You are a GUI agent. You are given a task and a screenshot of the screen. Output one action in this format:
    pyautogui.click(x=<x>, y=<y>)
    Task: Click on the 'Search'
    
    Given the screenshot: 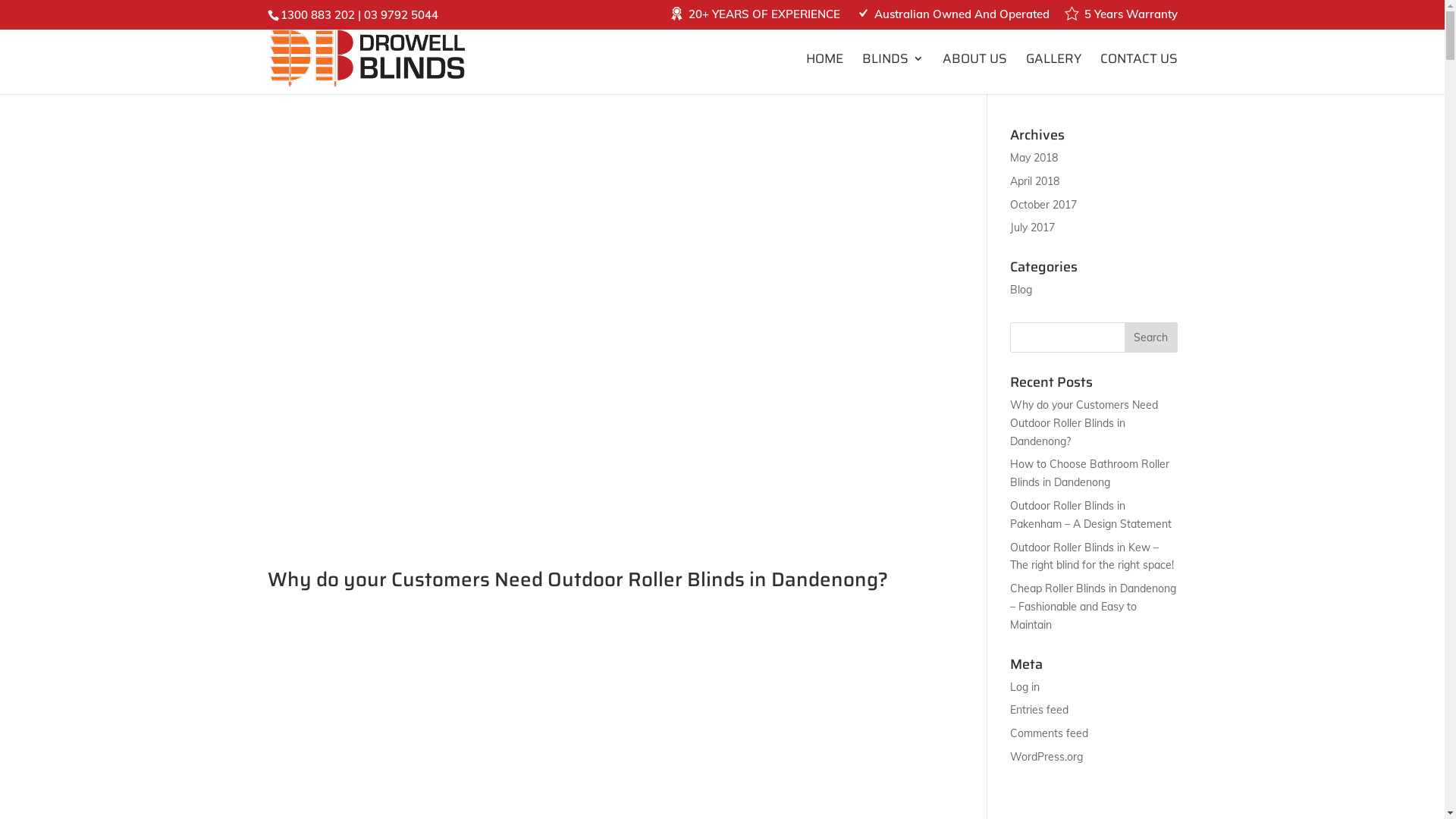 What is the action you would take?
    pyautogui.click(x=1124, y=336)
    